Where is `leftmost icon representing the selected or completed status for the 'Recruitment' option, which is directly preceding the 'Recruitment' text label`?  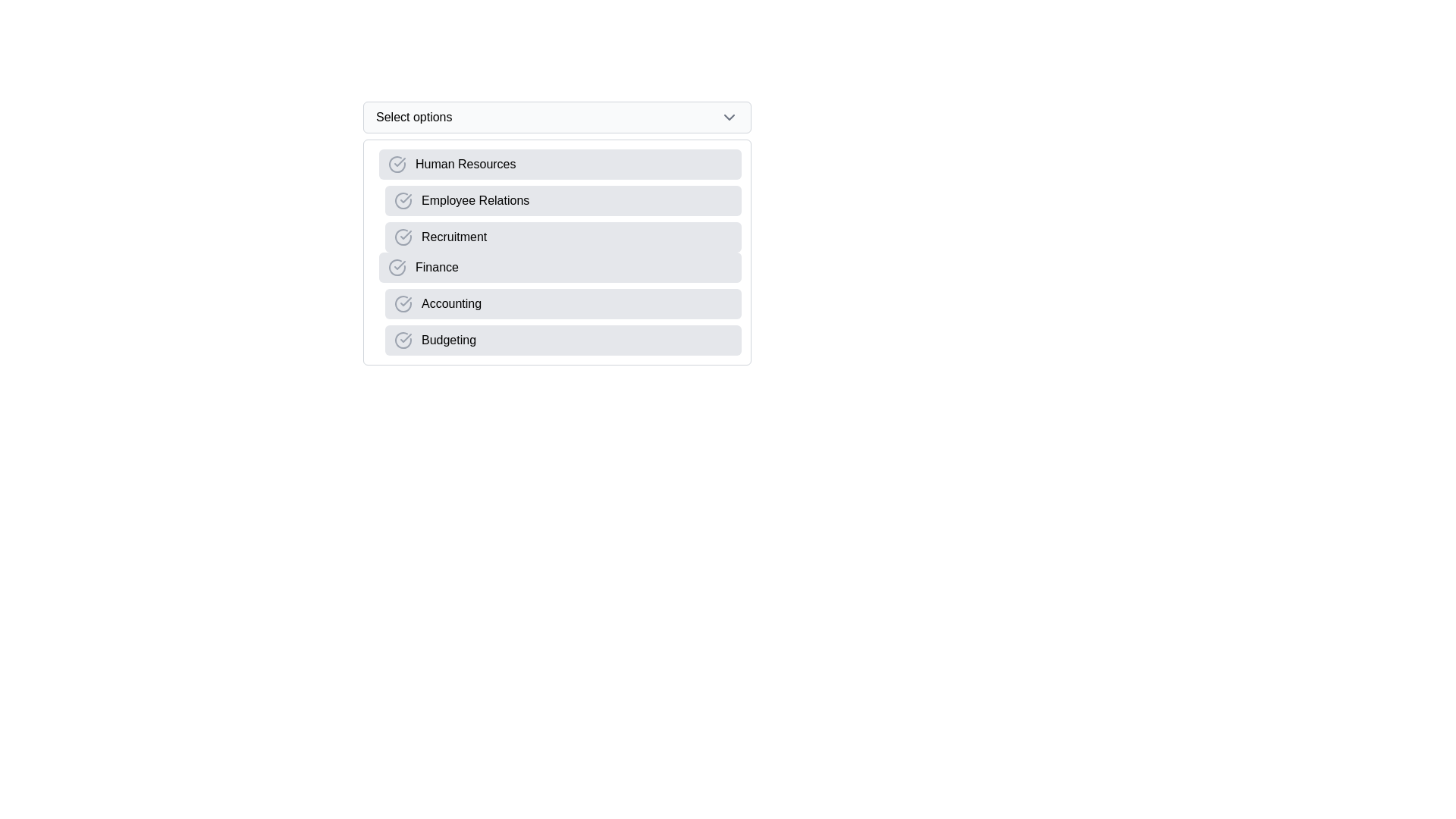 leftmost icon representing the selected or completed status for the 'Recruitment' option, which is directly preceding the 'Recruitment' text label is located at coordinates (403, 237).